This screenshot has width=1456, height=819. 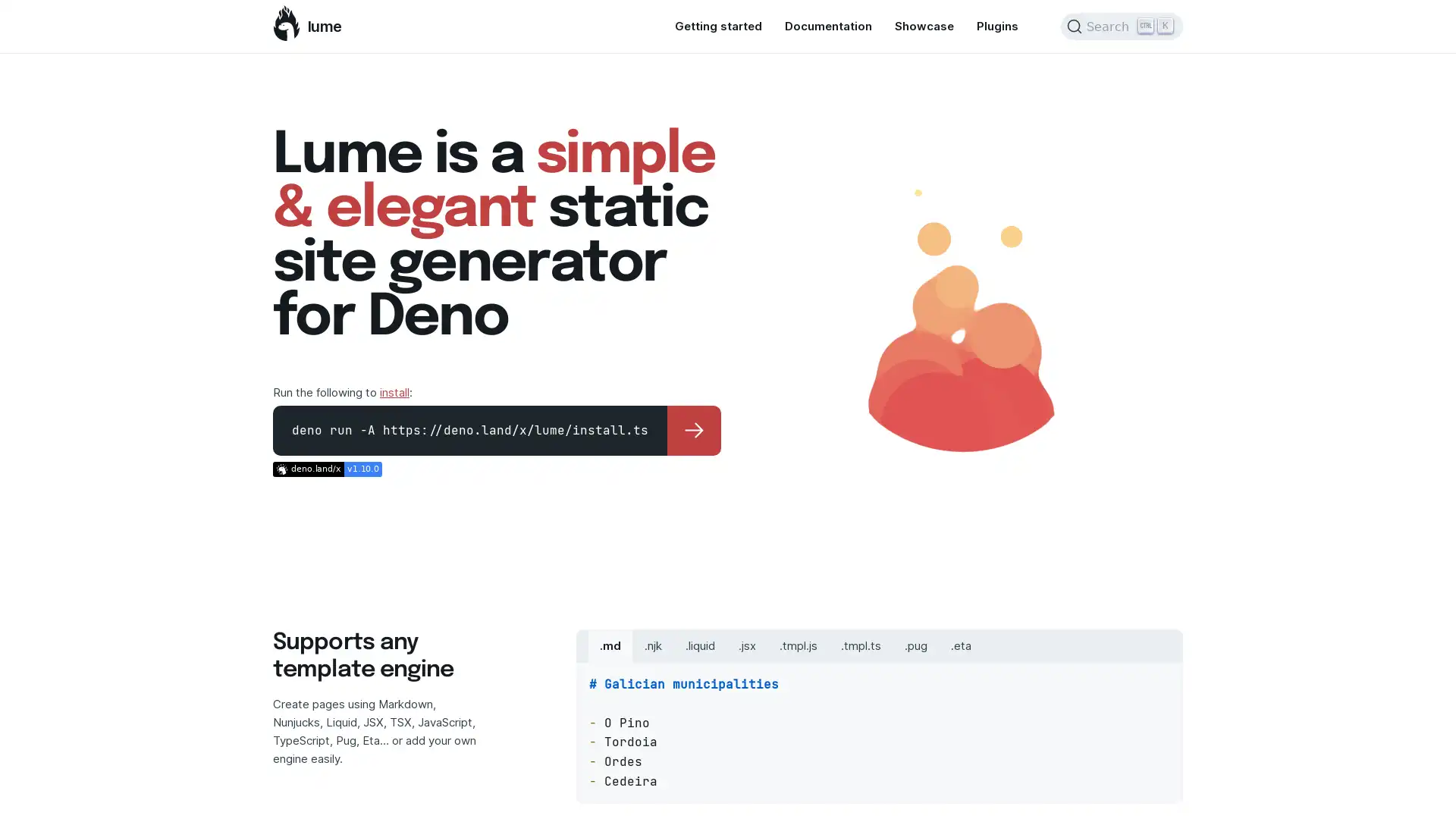 What do you see at coordinates (797, 645) in the screenshot?
I see `.tmpl.js` at bounding box center [797, 645].